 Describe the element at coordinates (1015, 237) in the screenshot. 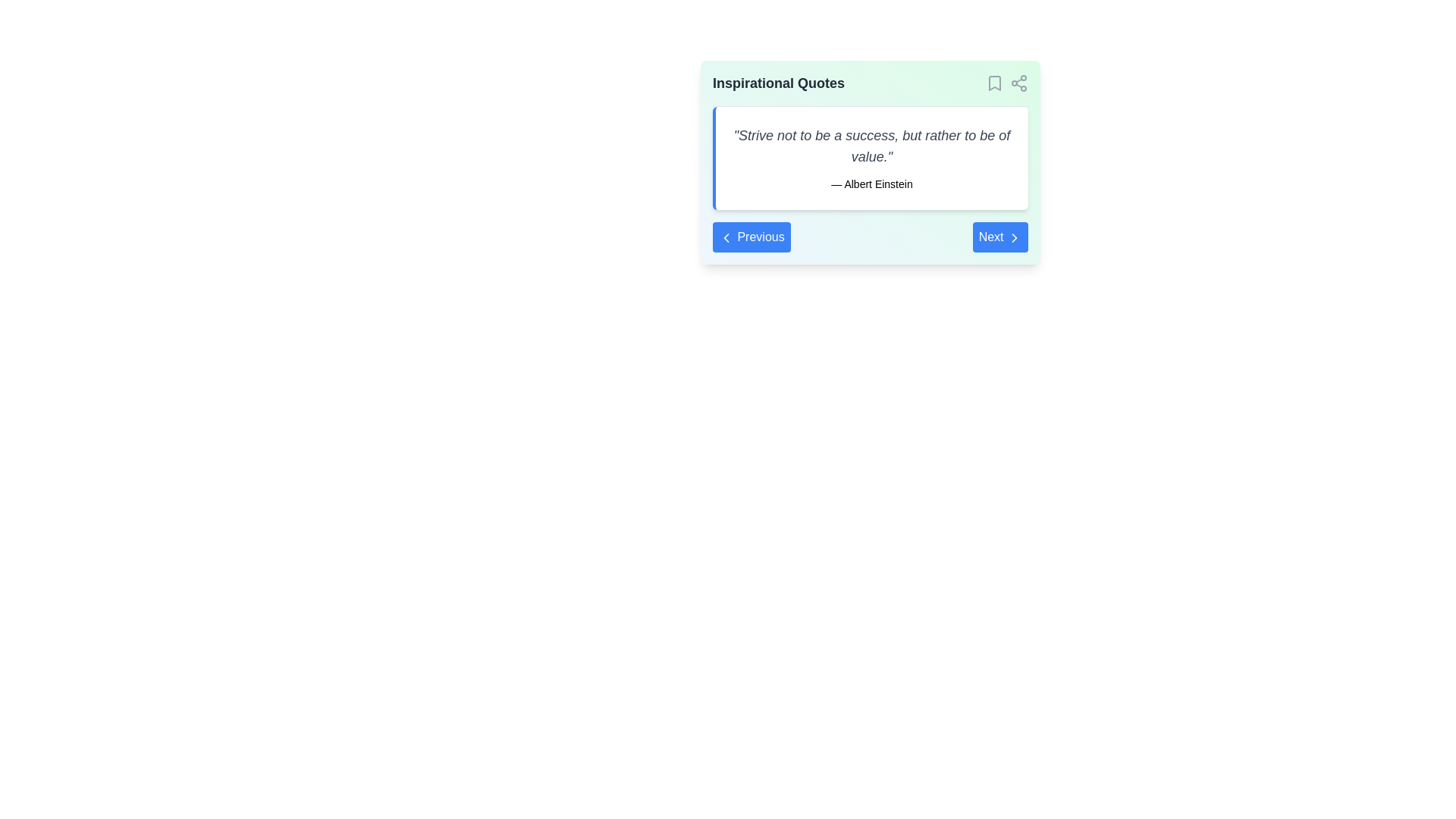

I see `the right-pointing chevron icon within the 'Next' button on the 'Inspirational Quotes' card` at that location.